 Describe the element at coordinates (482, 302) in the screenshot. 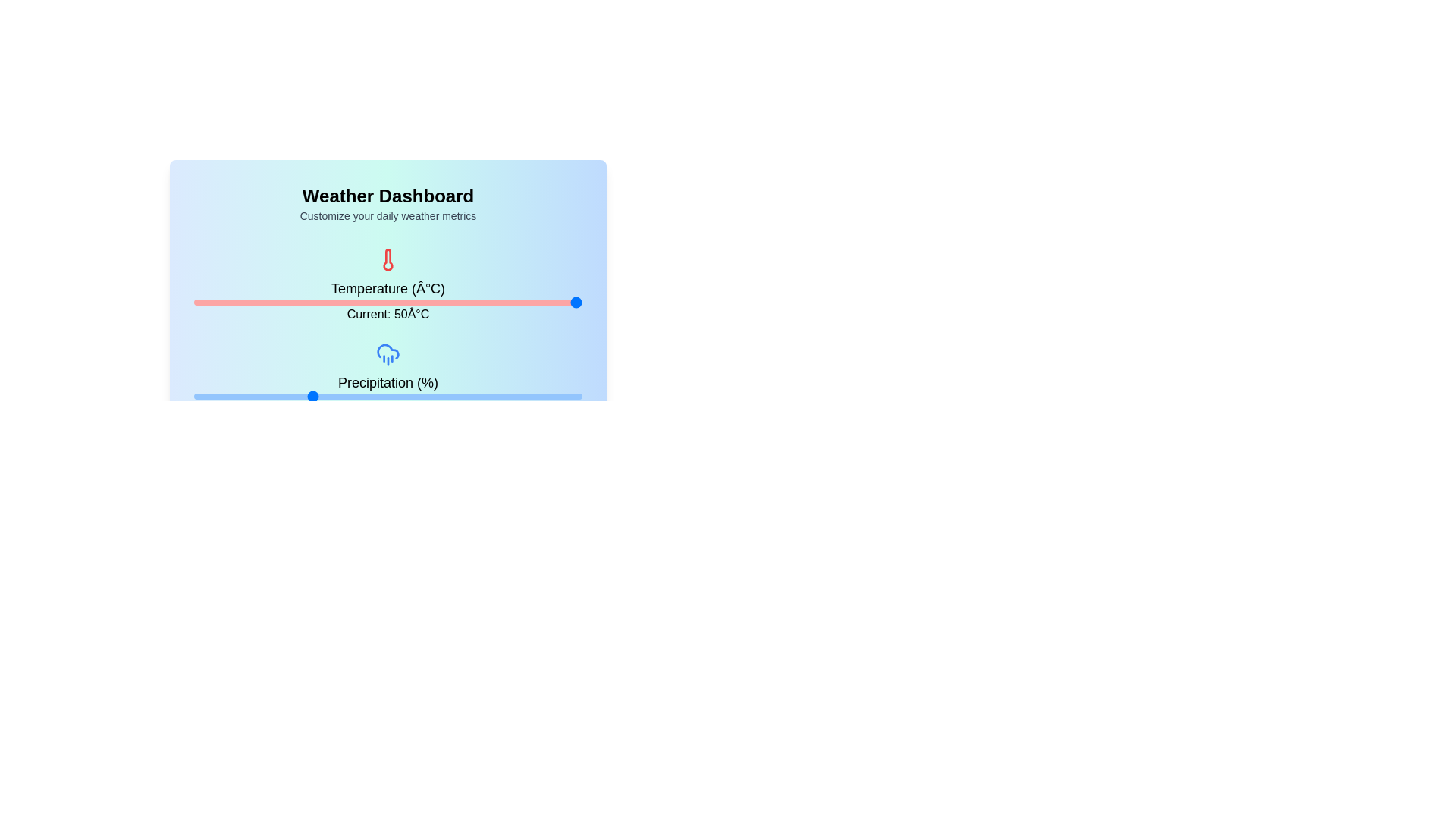

I see `temperature` at that location.